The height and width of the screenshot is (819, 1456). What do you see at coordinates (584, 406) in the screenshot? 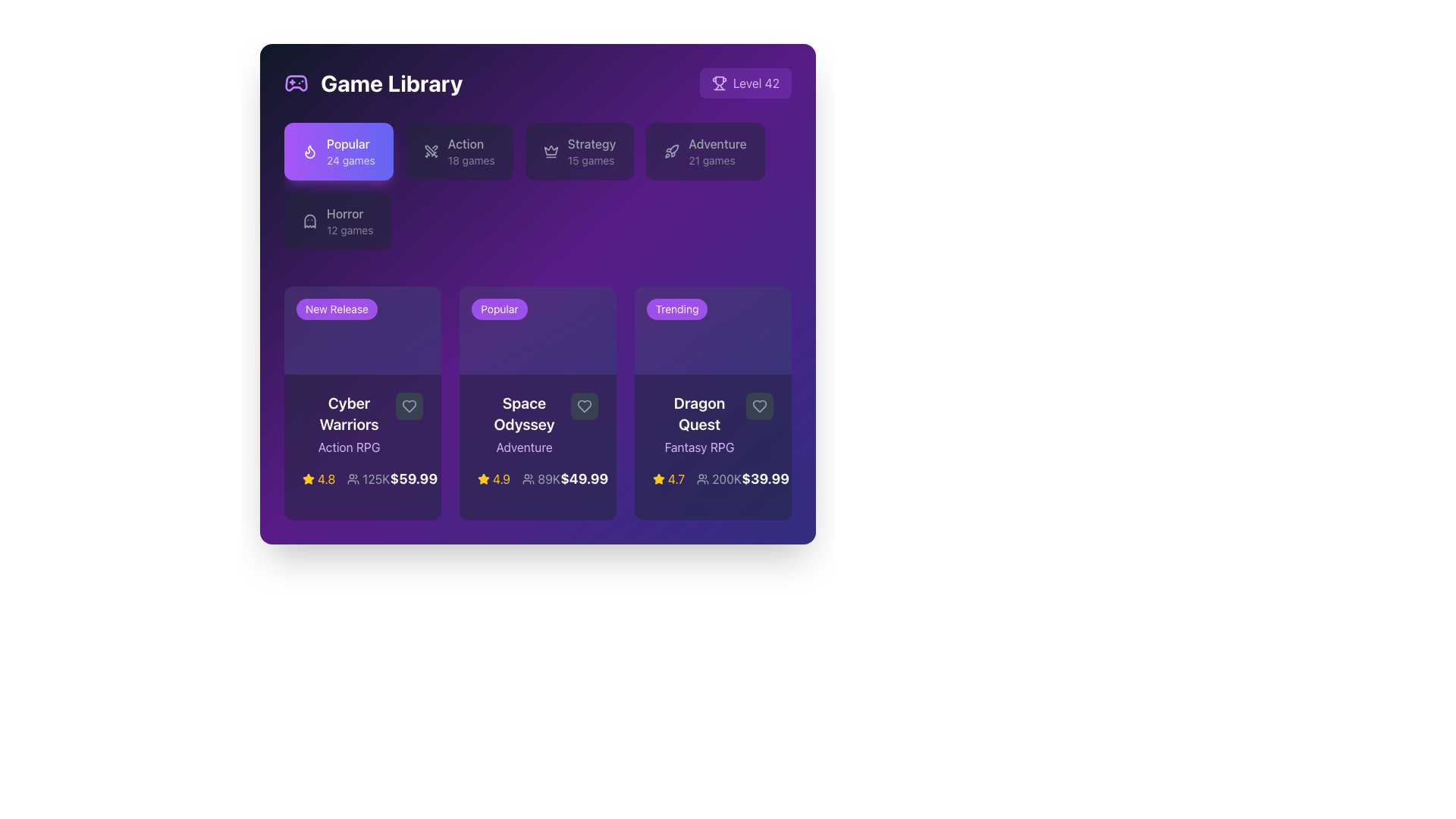
I see `the heart-shaped icon used for favoriting content in the upper-right corner of the 'Space Odyssey' card to trigger a tooltip or visual feedback` at bounding box center [584, 406].